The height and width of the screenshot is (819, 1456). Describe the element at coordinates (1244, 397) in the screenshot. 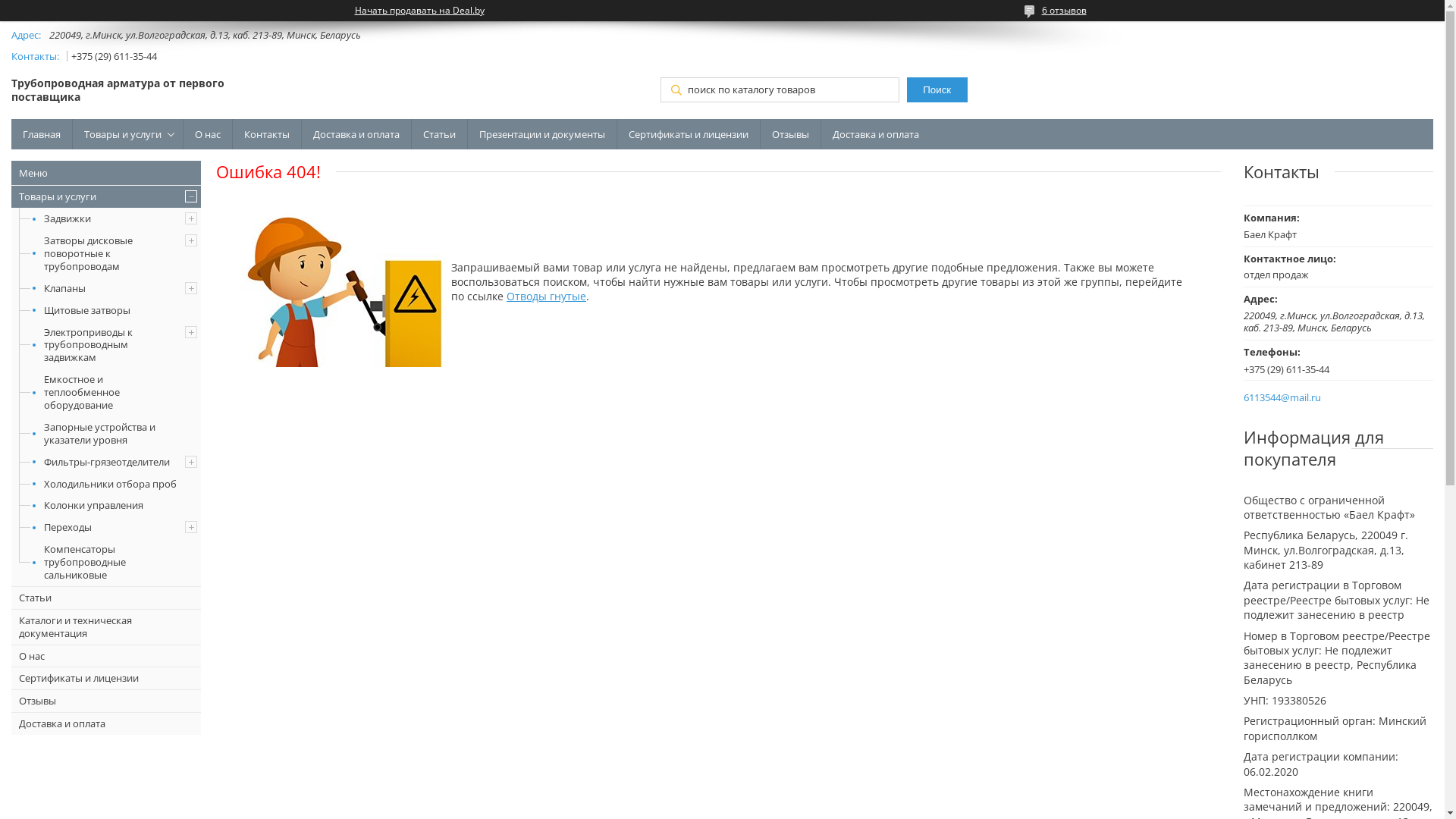

I see `'6113544@mail.ru'` at that location.